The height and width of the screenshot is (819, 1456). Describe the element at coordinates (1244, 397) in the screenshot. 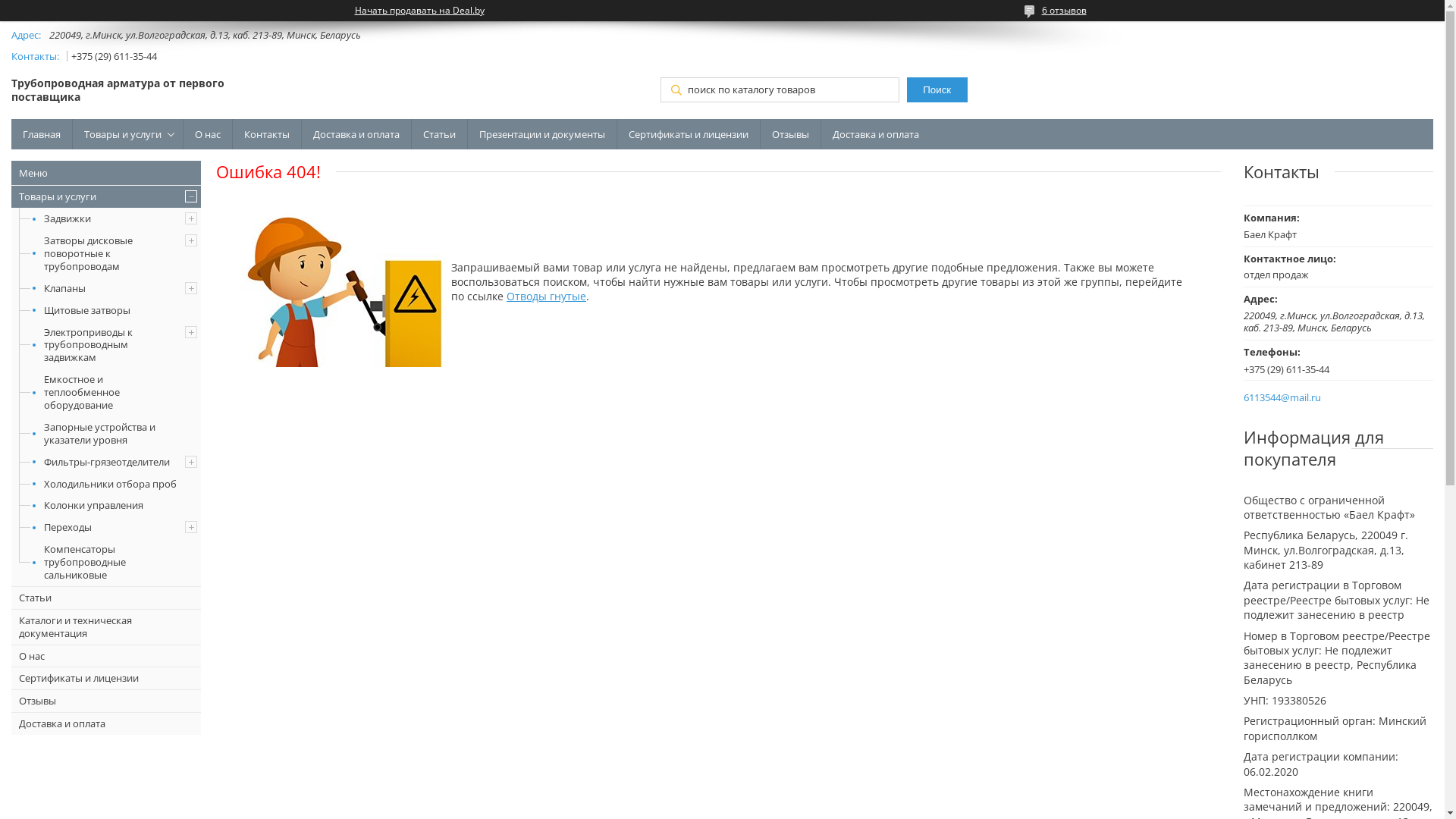

I see `'6113544@mail.ru'` at that location.